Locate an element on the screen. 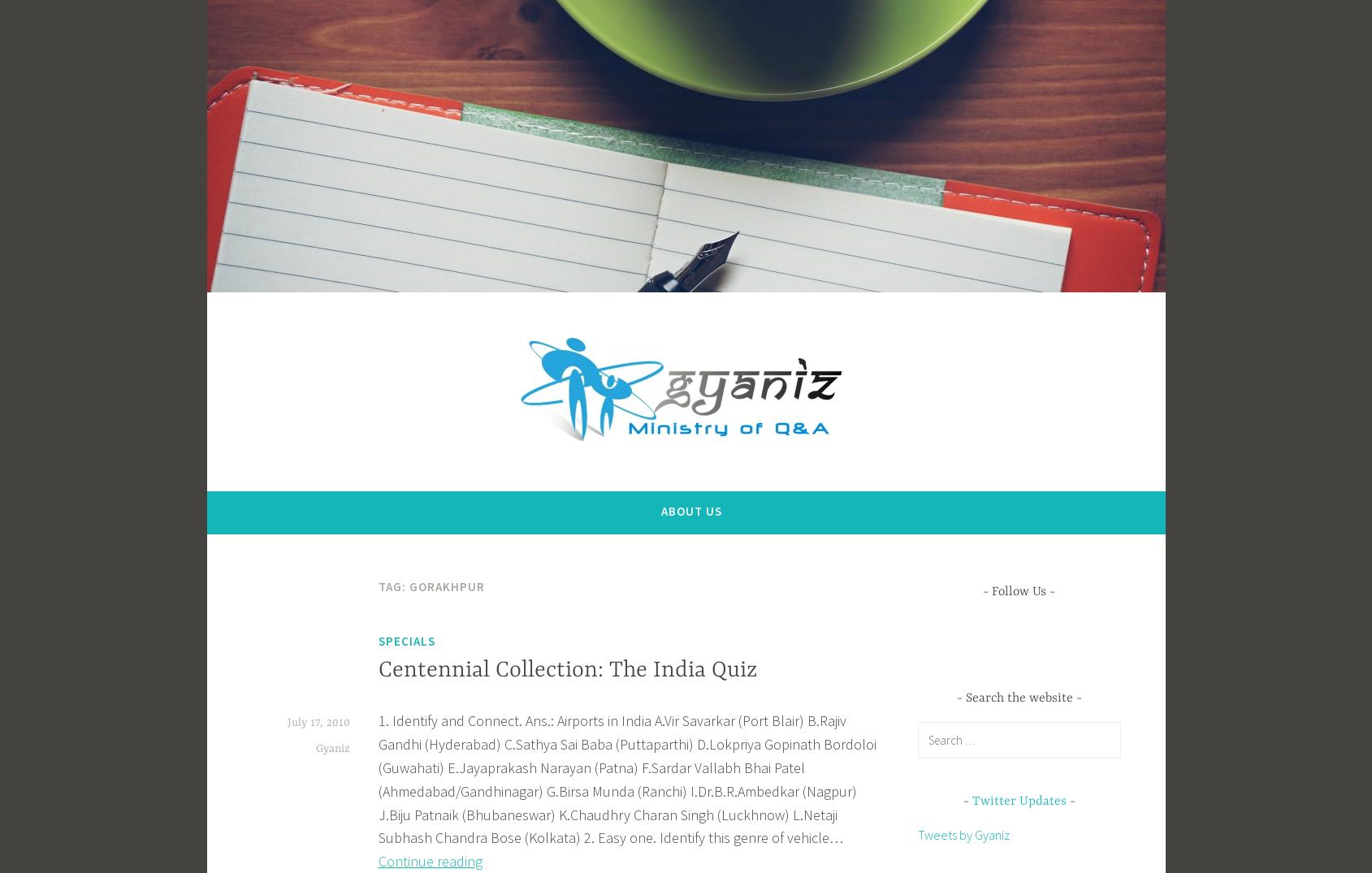 The height and width of the screenshot is (873, 1372). 'About Us' is located at coordinates (691, 510).